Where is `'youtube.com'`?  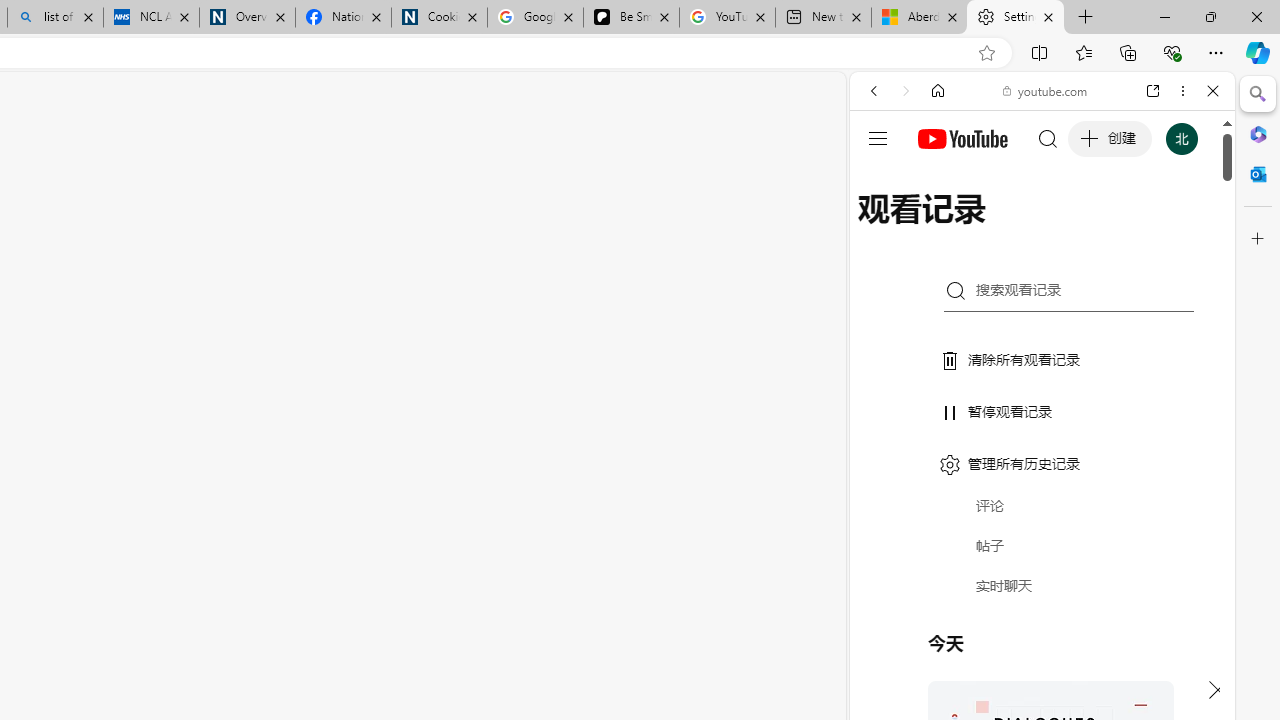 'youtube.com' is located at coordinates (1045, 91).